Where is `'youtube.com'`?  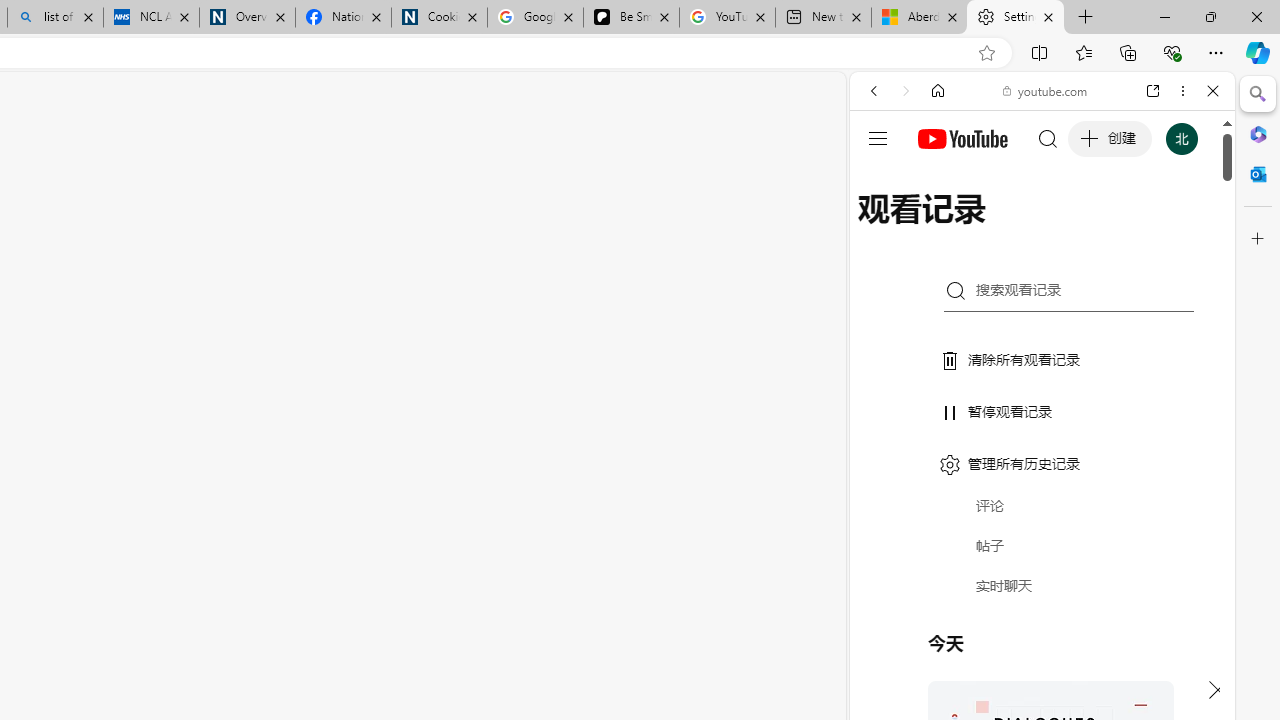 'youtube.com' is located at coordinates (1045, 91).